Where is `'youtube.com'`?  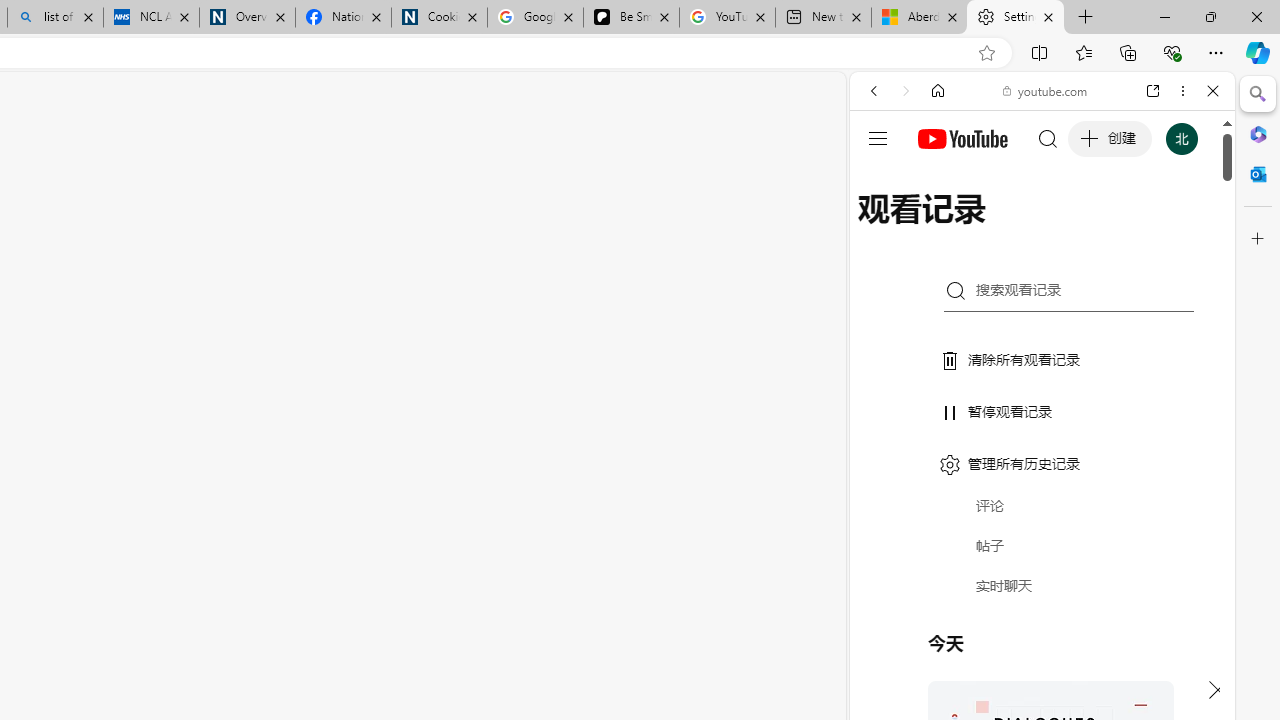 'youtube.com' is located at coordinates (1045, 91).